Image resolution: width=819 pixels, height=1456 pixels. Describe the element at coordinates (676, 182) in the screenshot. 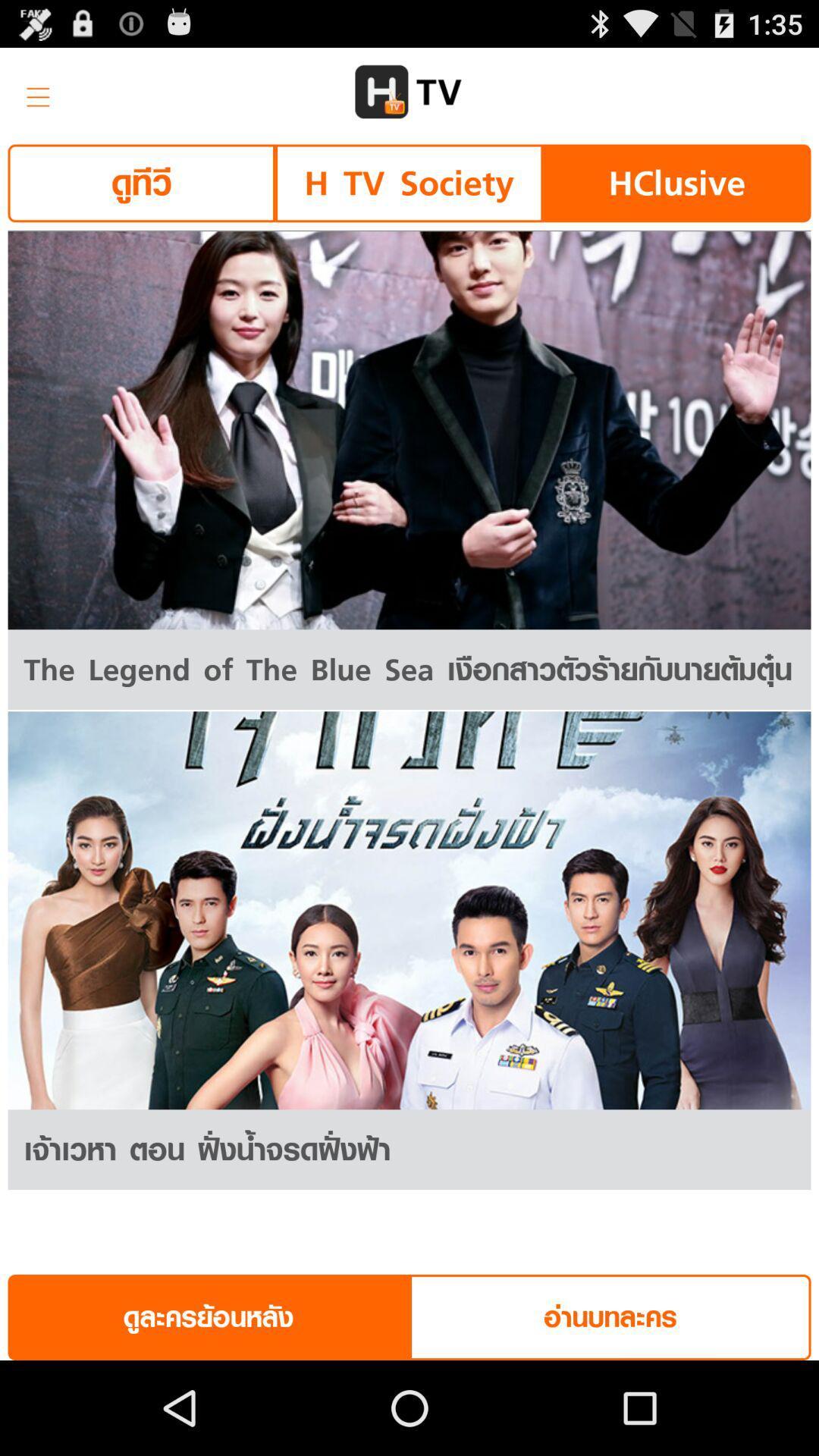

I see `button next to h tv society button` at that location.